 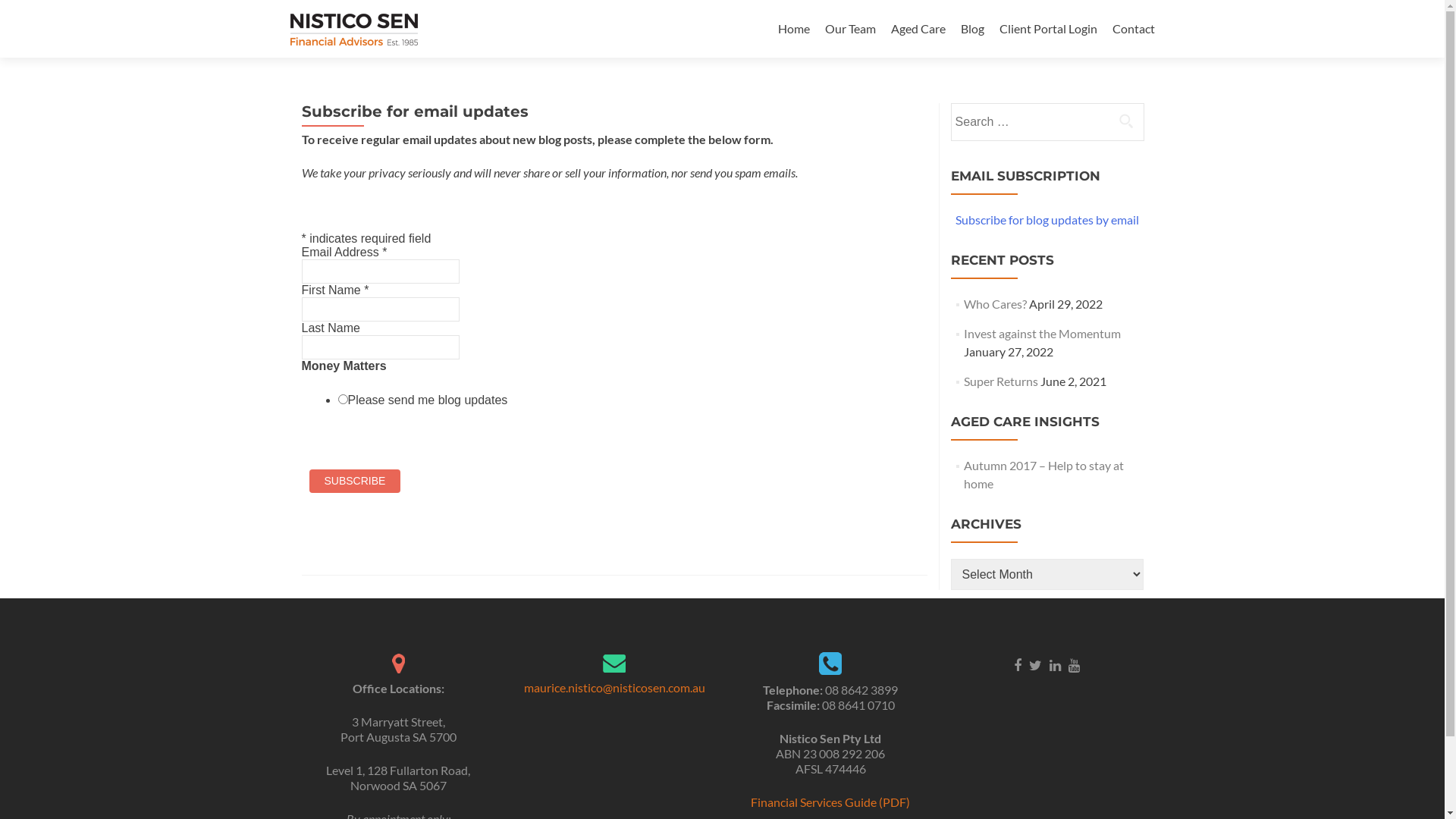 I want to click on 'Subscribe', so click(x=309, y=481).